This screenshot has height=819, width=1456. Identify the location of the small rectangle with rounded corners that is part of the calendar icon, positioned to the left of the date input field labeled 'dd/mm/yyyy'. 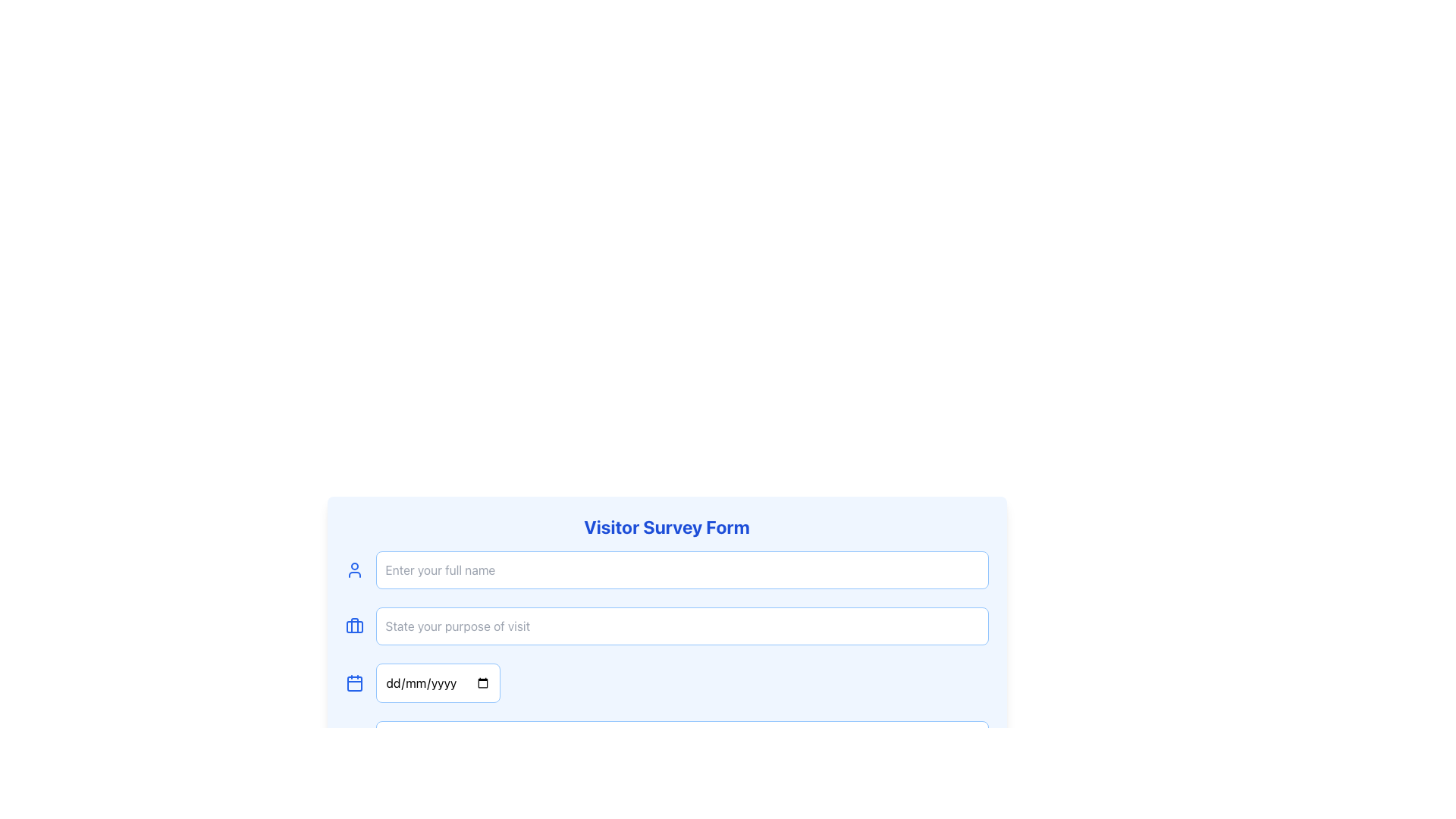
(353, 684).